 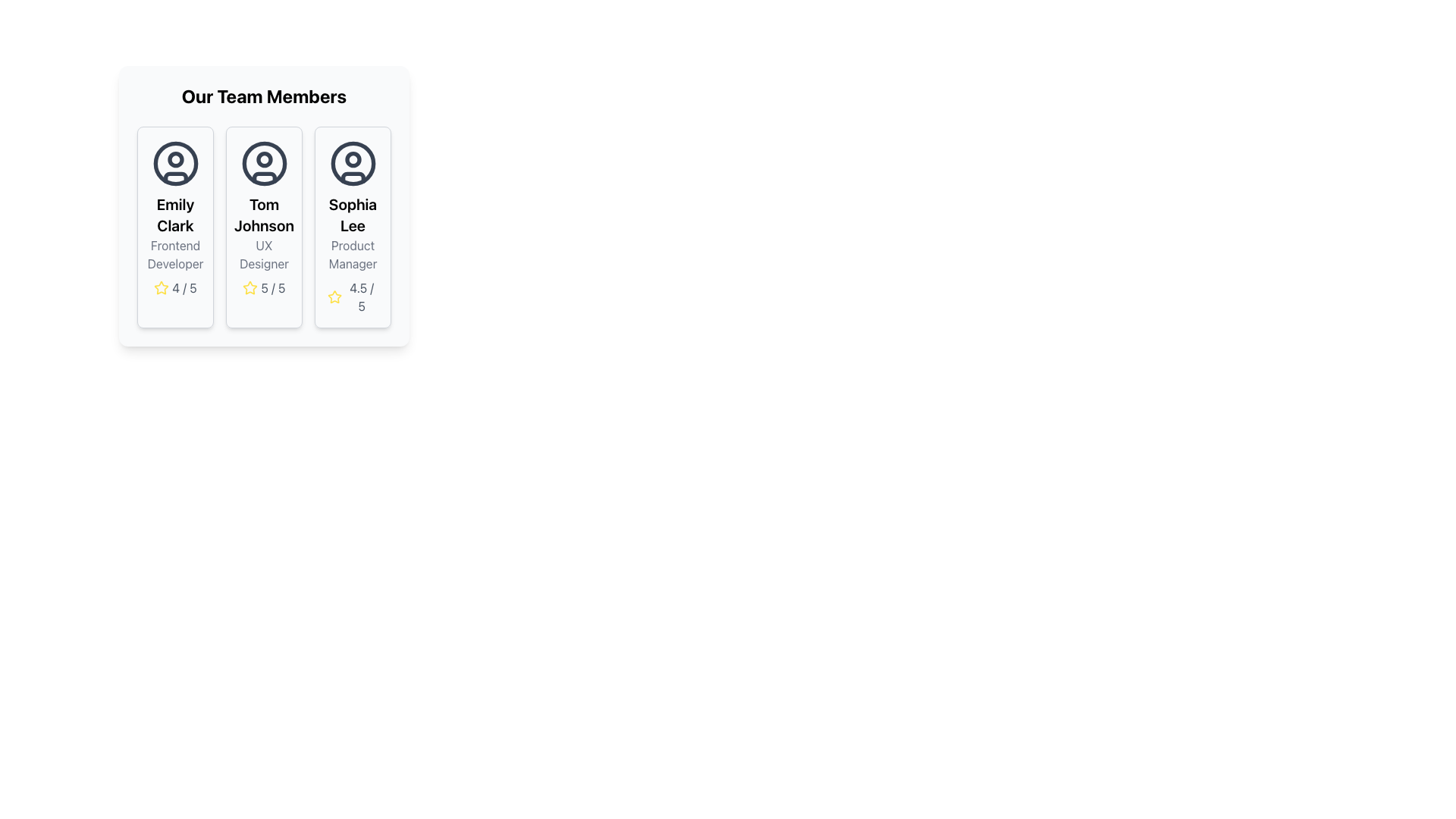 I want to click on the 'Product Manager' text label, which is styled in gray and located in the rightmost employee card below 'Sophia Lee' and above the star rating '4.5 / 5.', so click(x=352, y=253).